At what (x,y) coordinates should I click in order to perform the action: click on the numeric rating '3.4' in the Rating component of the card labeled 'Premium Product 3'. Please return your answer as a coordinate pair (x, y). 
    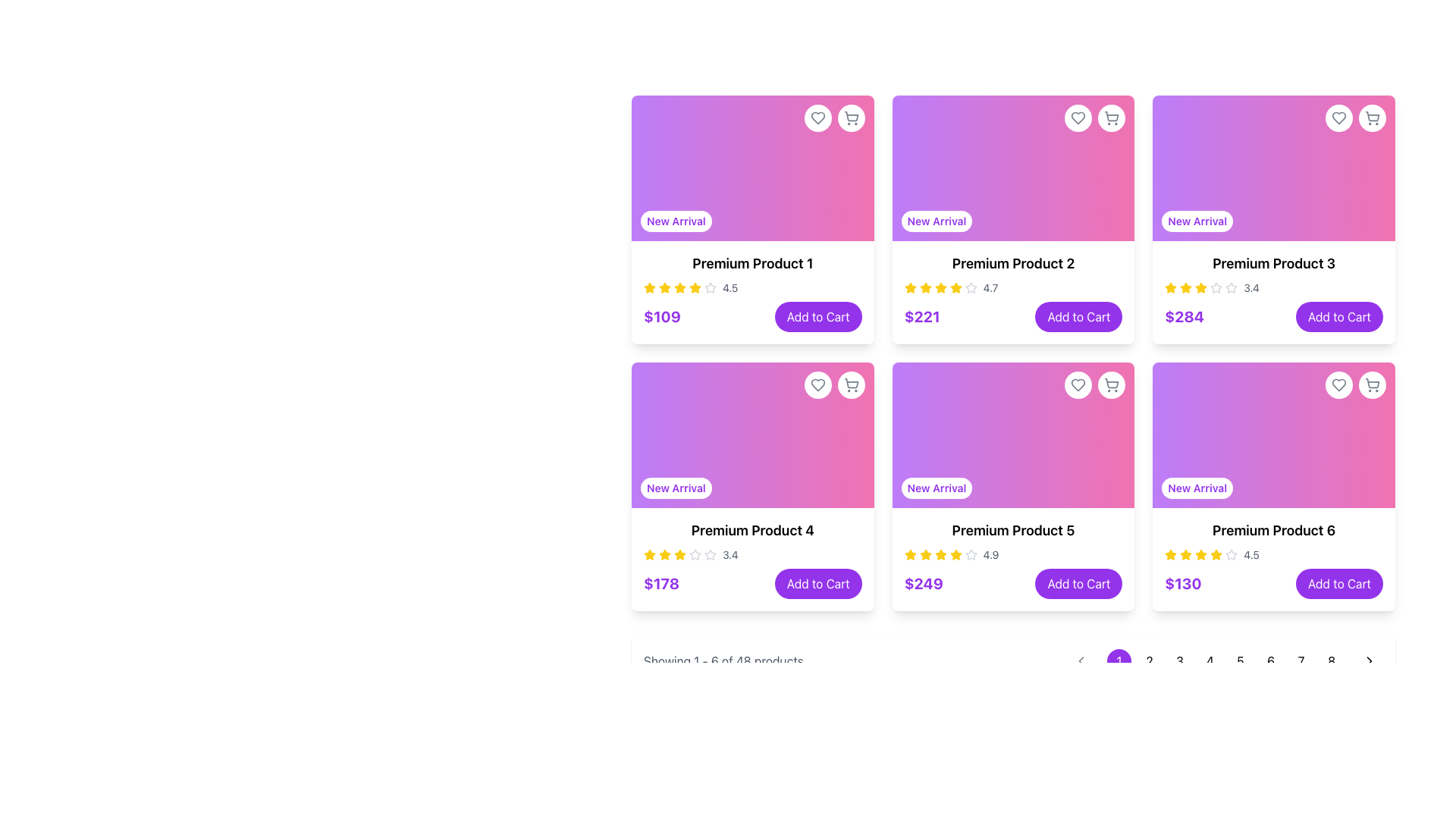
    Looking at the image, I should click on (1274, 288).